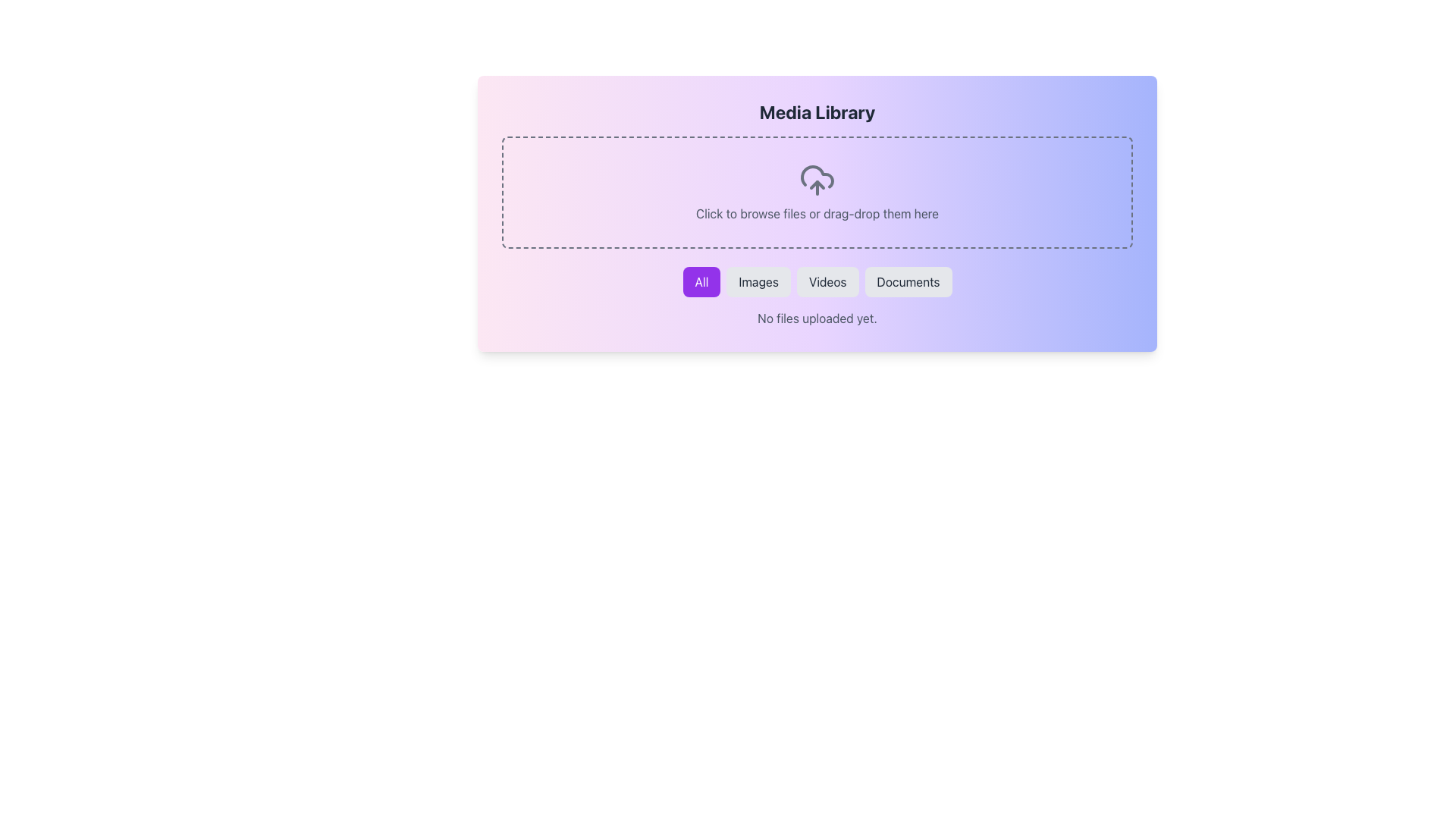 This screenshot has height=819, width=1456. I want to click on the 'Videos' button on the navigation bar within the 'Media Library' to filter and view videos, so click(817, 281).